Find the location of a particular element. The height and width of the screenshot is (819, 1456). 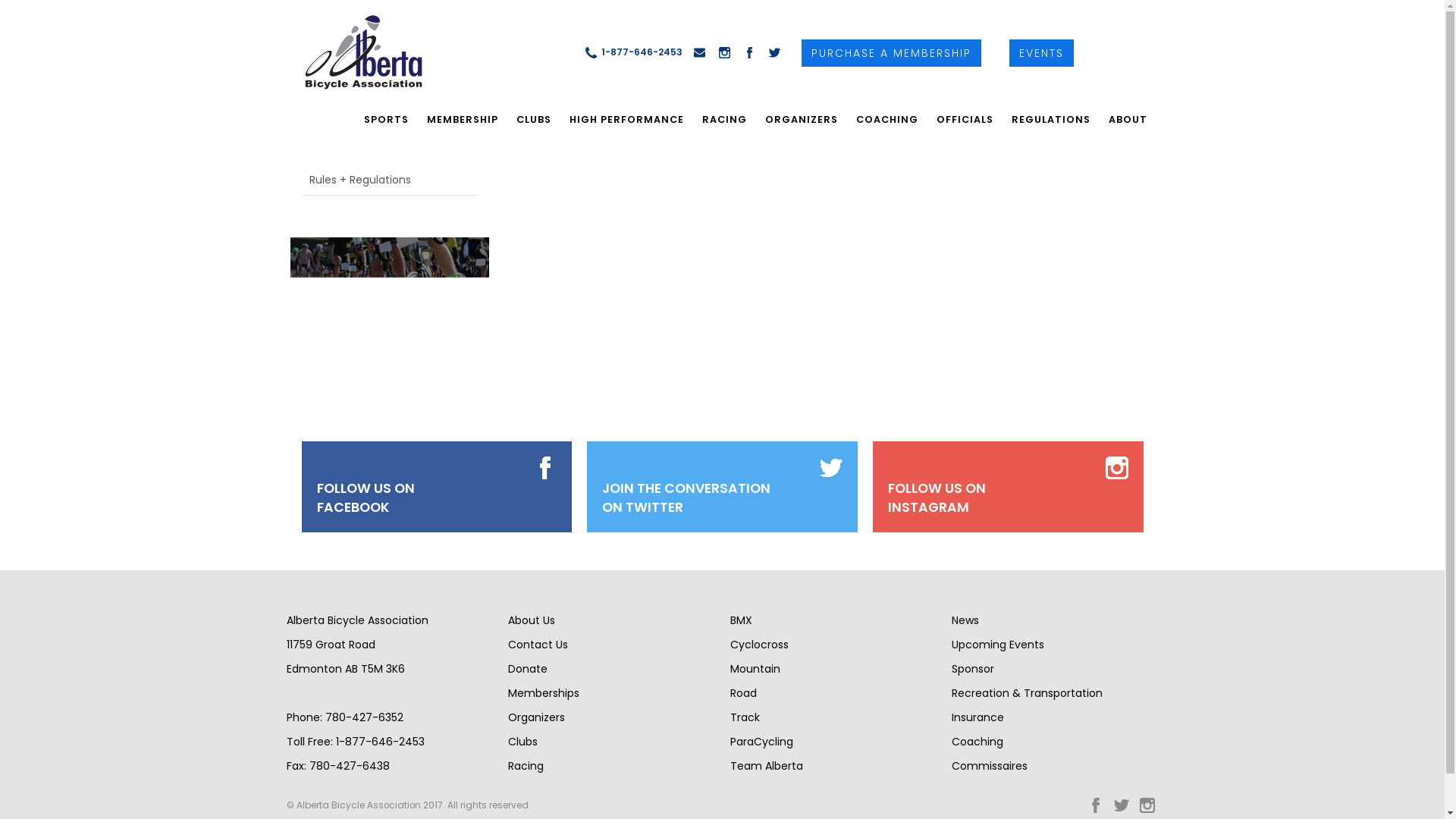

'Donate' is located at coordinates (528, 668).